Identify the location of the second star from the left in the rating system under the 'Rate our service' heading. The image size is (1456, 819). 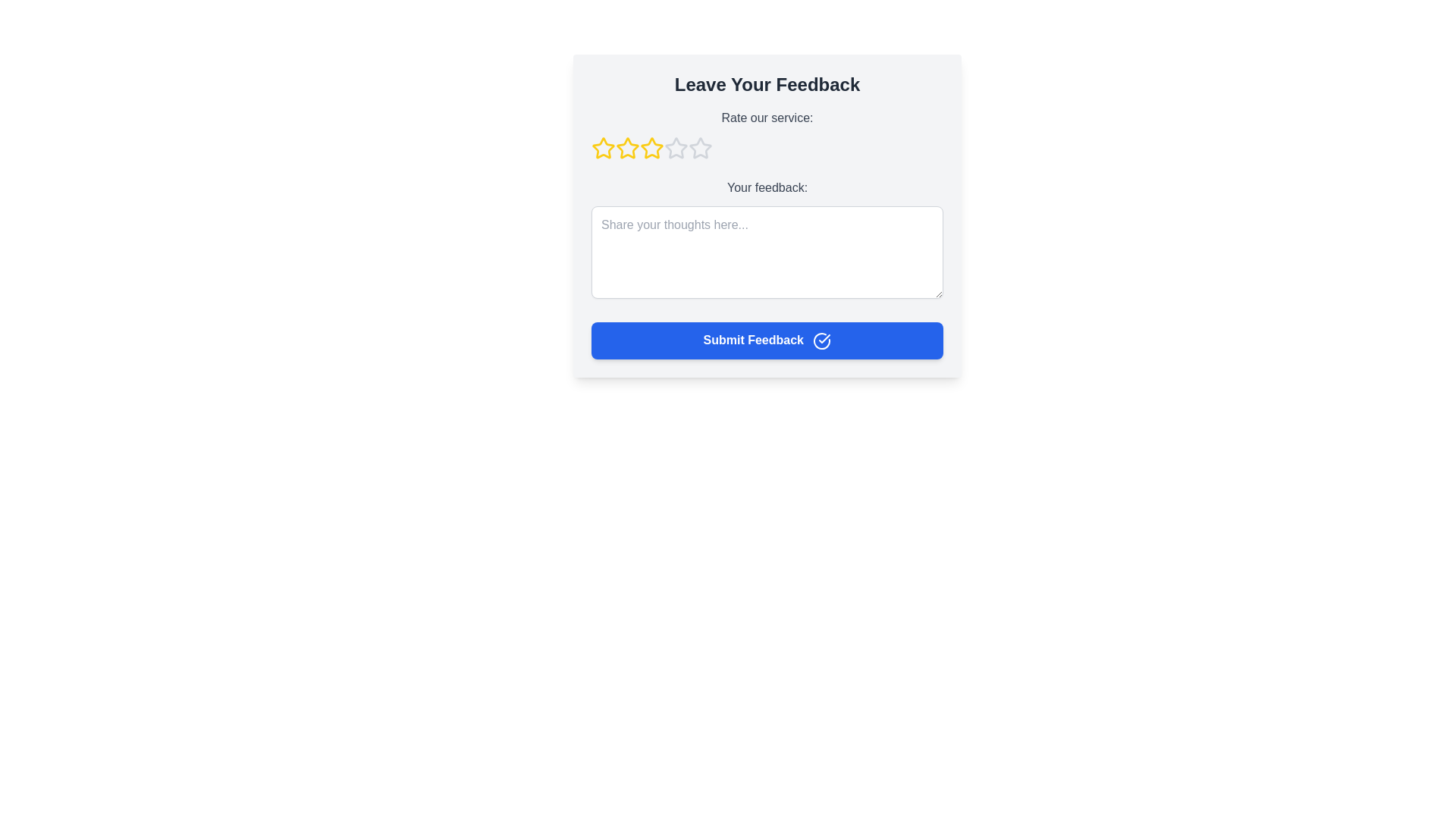
(628, 149).